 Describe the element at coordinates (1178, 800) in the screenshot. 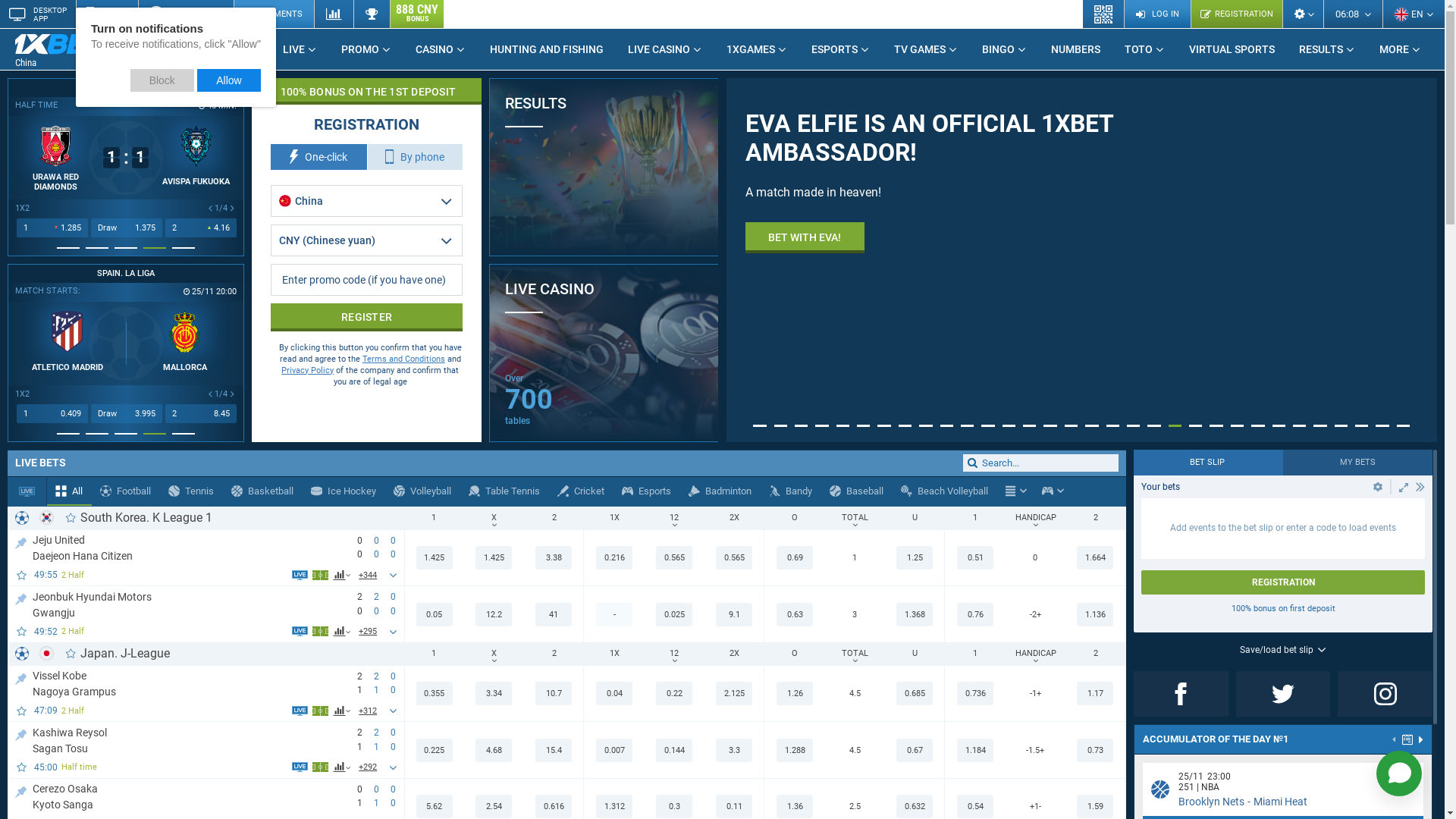

I see `'Brooklyn NetsMiami Heat'` at that location.